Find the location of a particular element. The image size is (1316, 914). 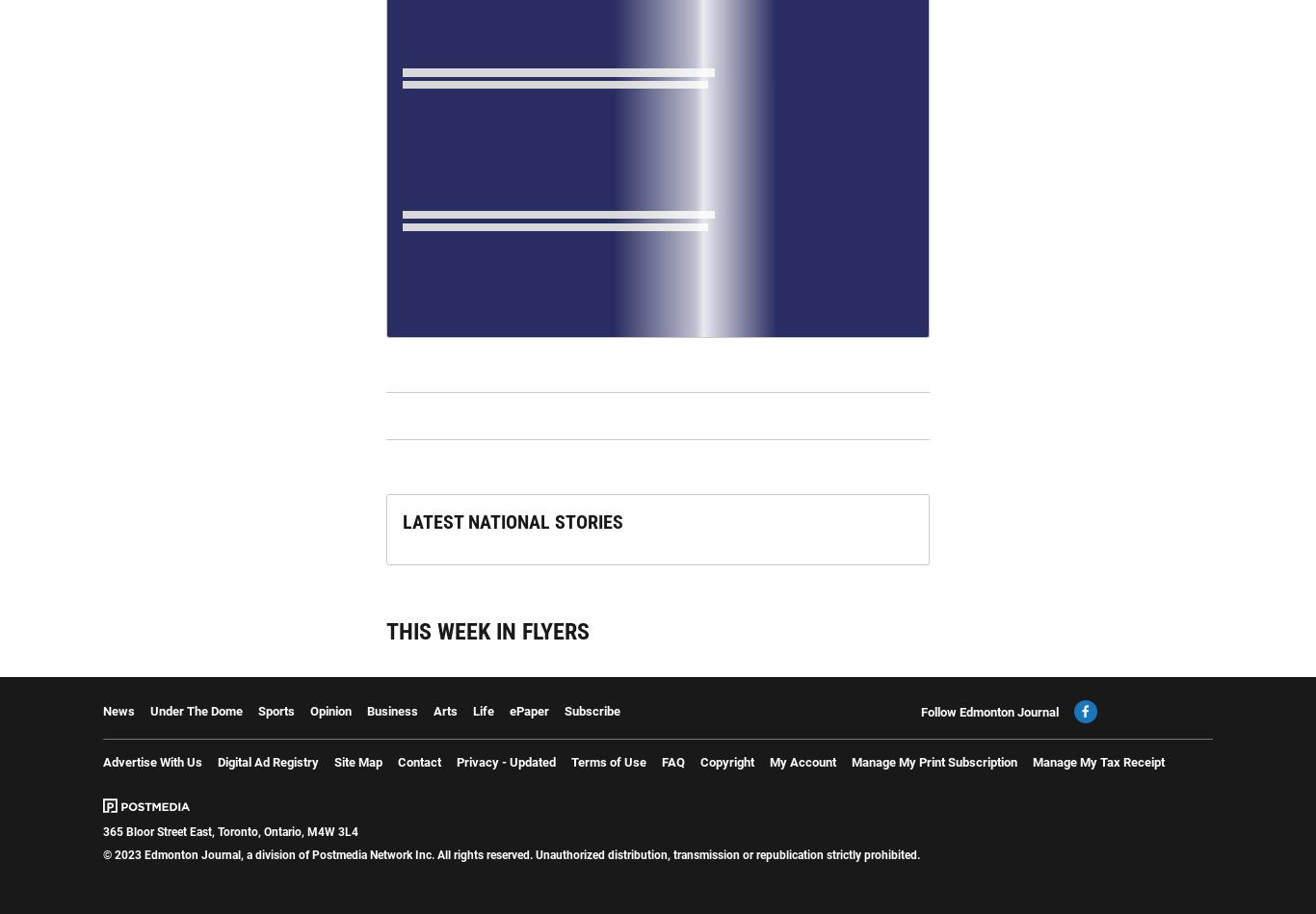

'News' is located at coordinates (118, 710).